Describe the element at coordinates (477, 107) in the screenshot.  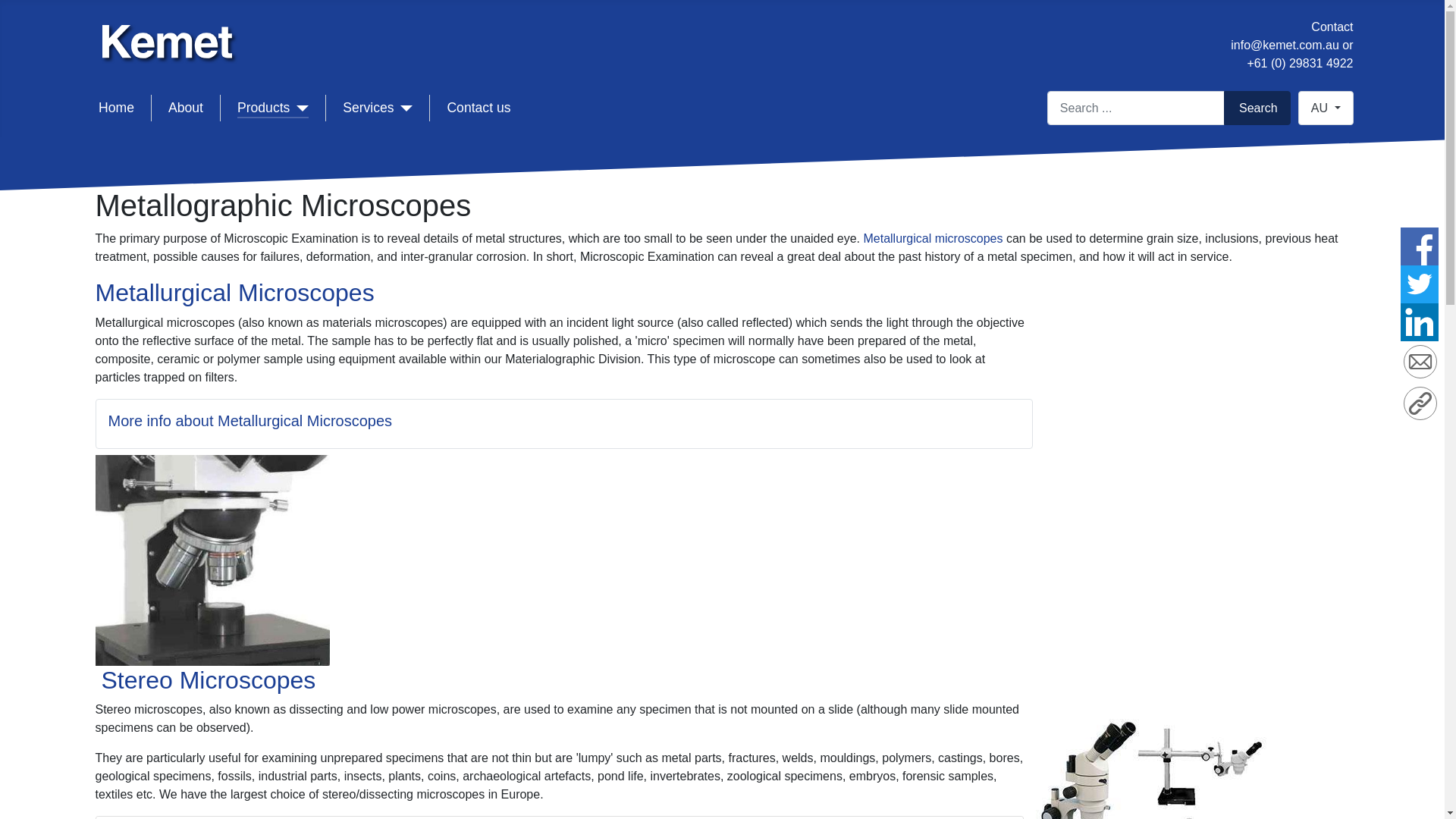
I see `'Contact us'` at that location.